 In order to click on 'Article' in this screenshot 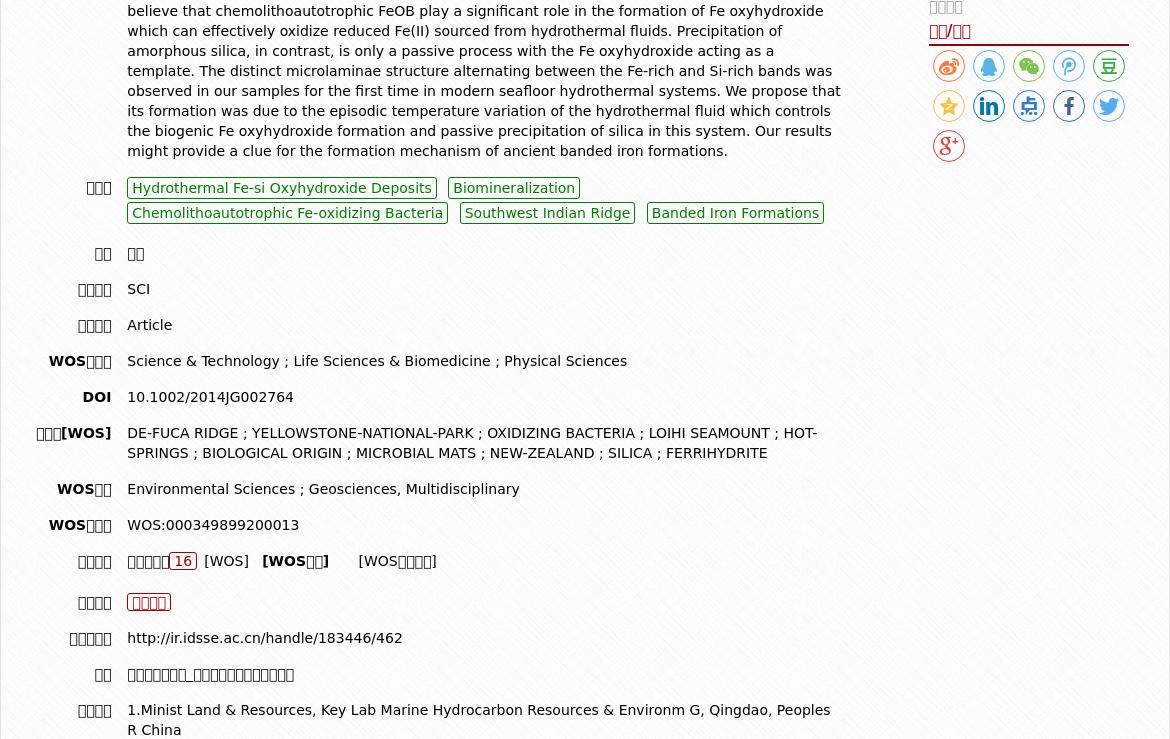, I will do `click(148, 325)`.